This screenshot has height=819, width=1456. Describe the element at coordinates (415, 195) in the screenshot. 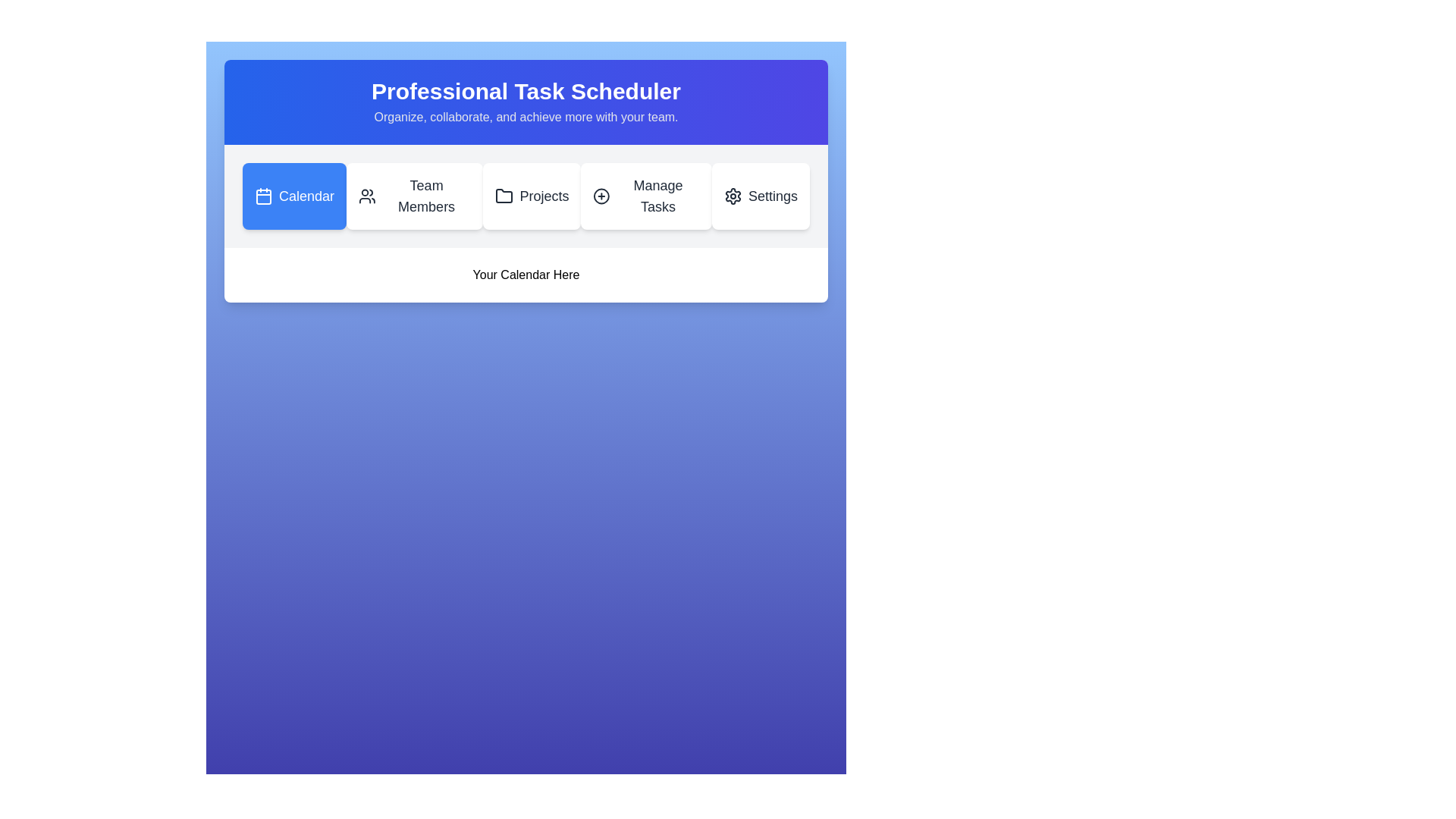

I see `the second navigation button, located between the 'Calendar' and 'Projects' buttons` at that location.